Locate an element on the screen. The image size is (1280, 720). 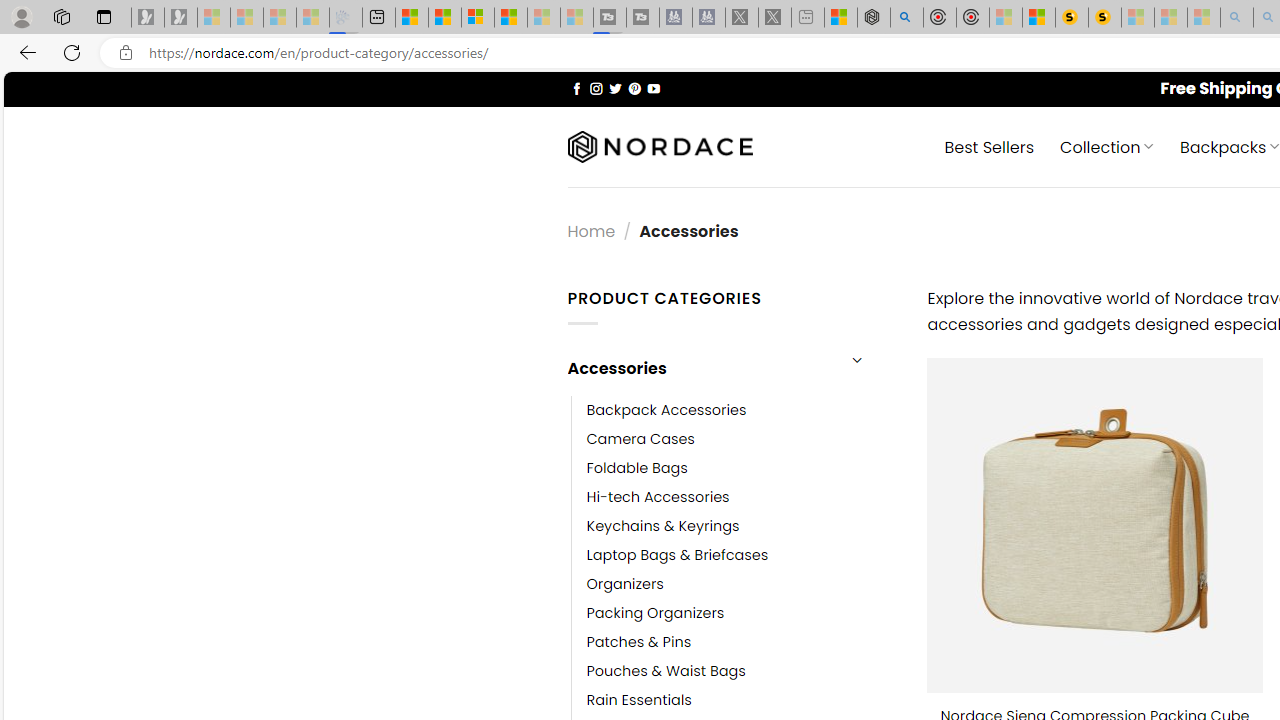
'Streaming Coverage | T3 - Sleeping' is located at coordinates (608, 17).